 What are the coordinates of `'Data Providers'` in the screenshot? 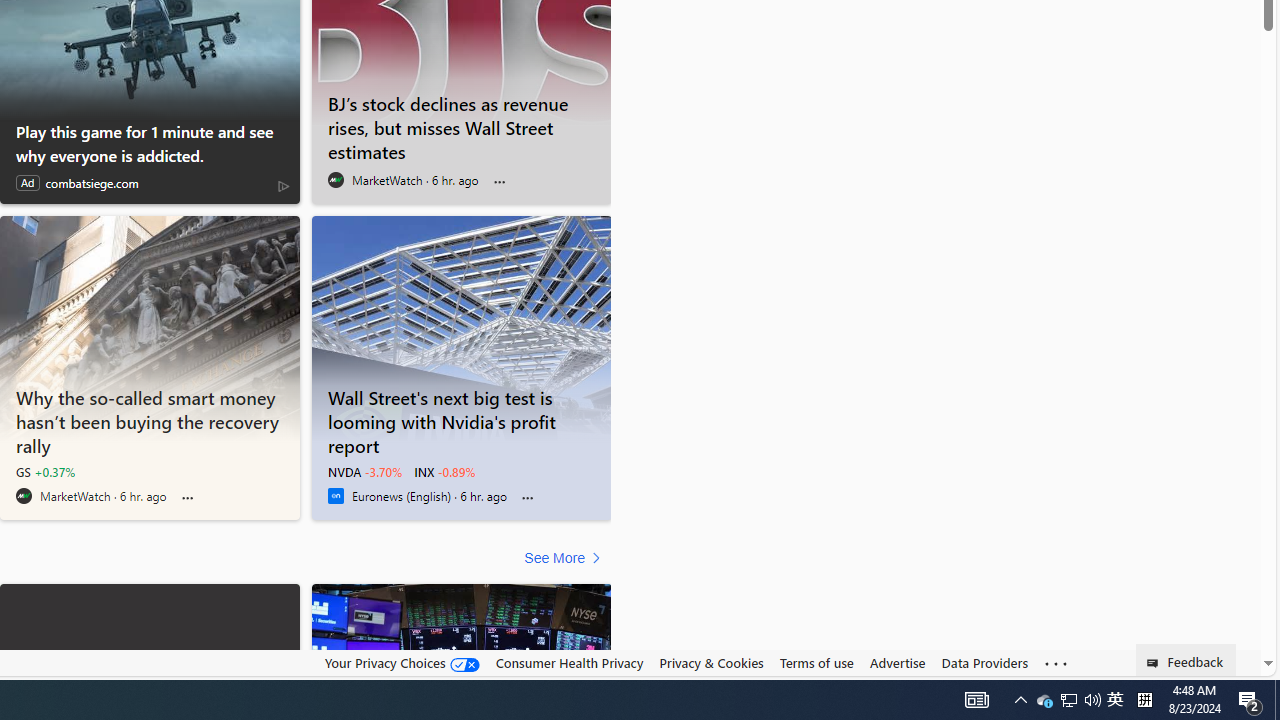 It's located at (984, 662).